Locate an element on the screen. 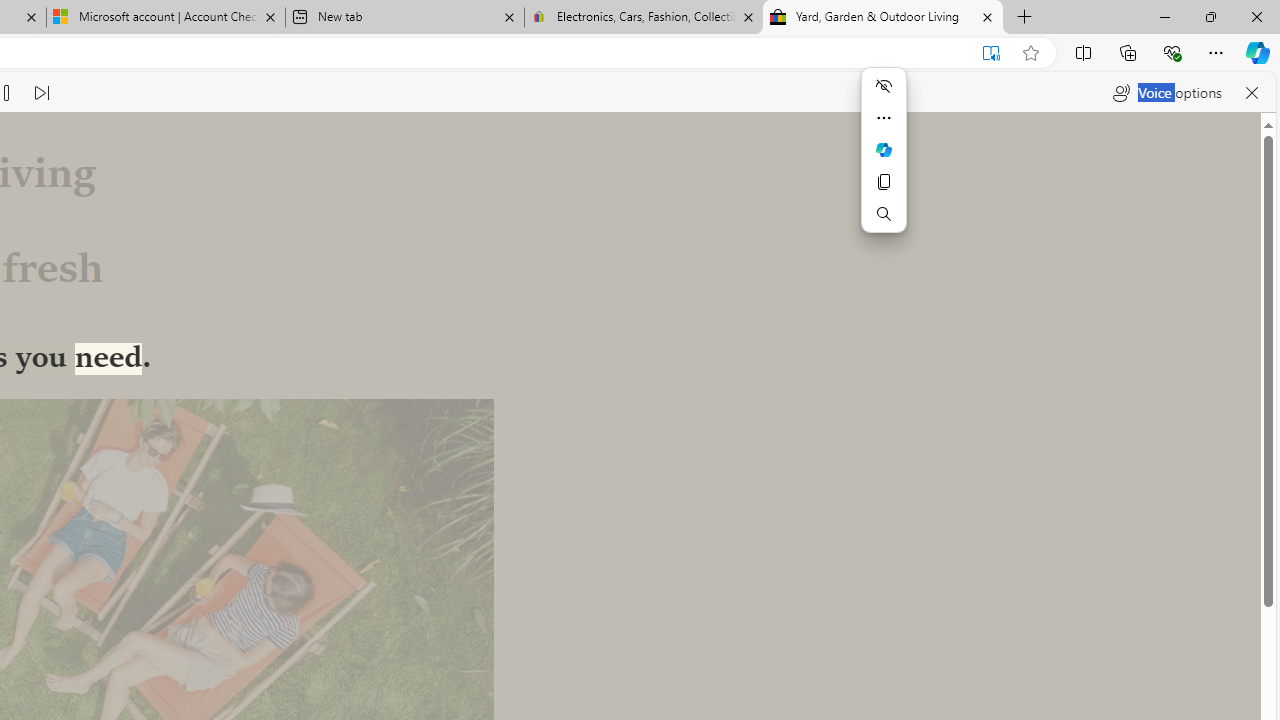 The width and height of the screenshot is (1280, 720). 'Read next paragraph' is located at coordinates (41, 92).